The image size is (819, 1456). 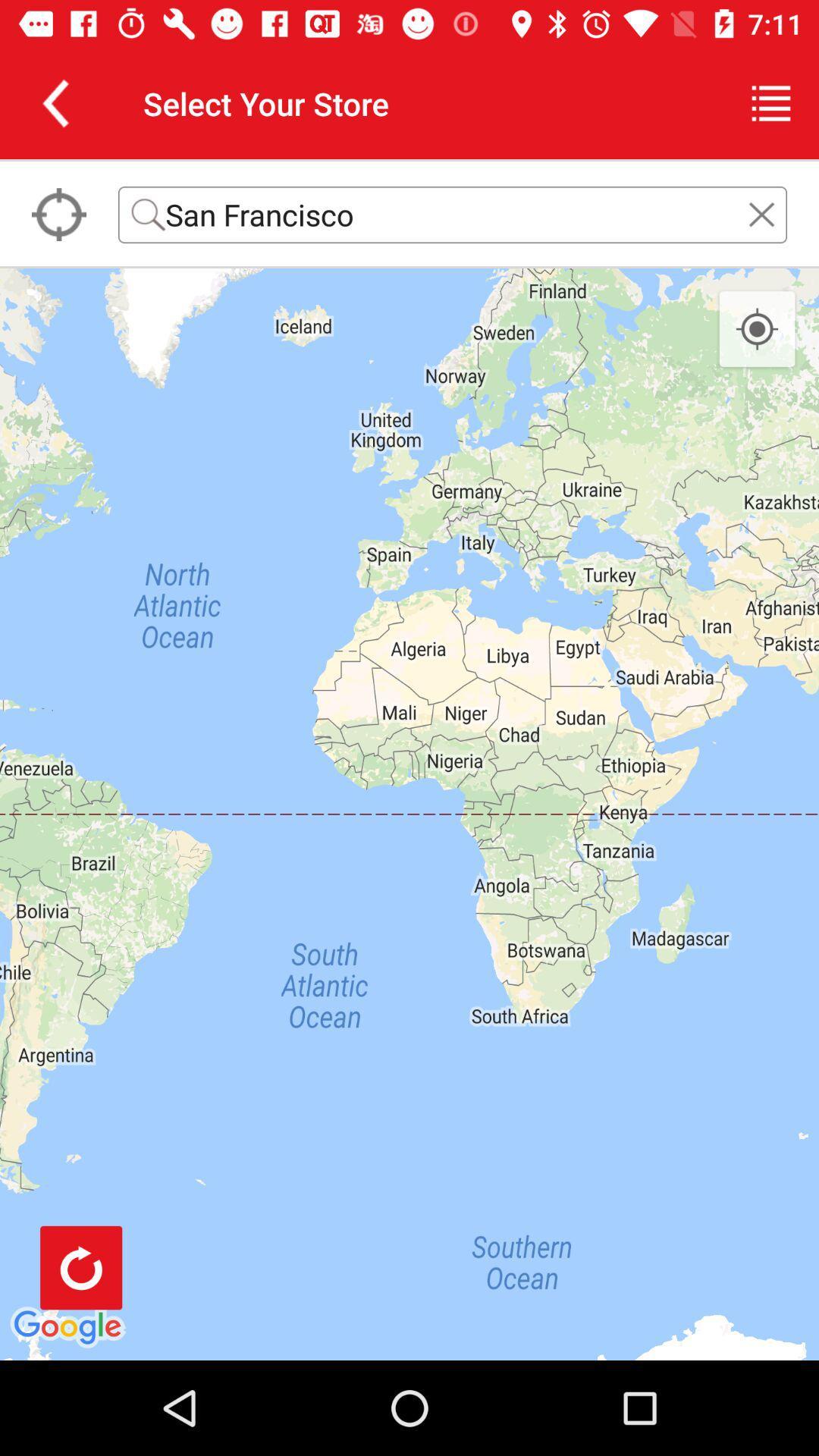 I want to click on icon to the left of select your store icon, so click(x=55, y=102).